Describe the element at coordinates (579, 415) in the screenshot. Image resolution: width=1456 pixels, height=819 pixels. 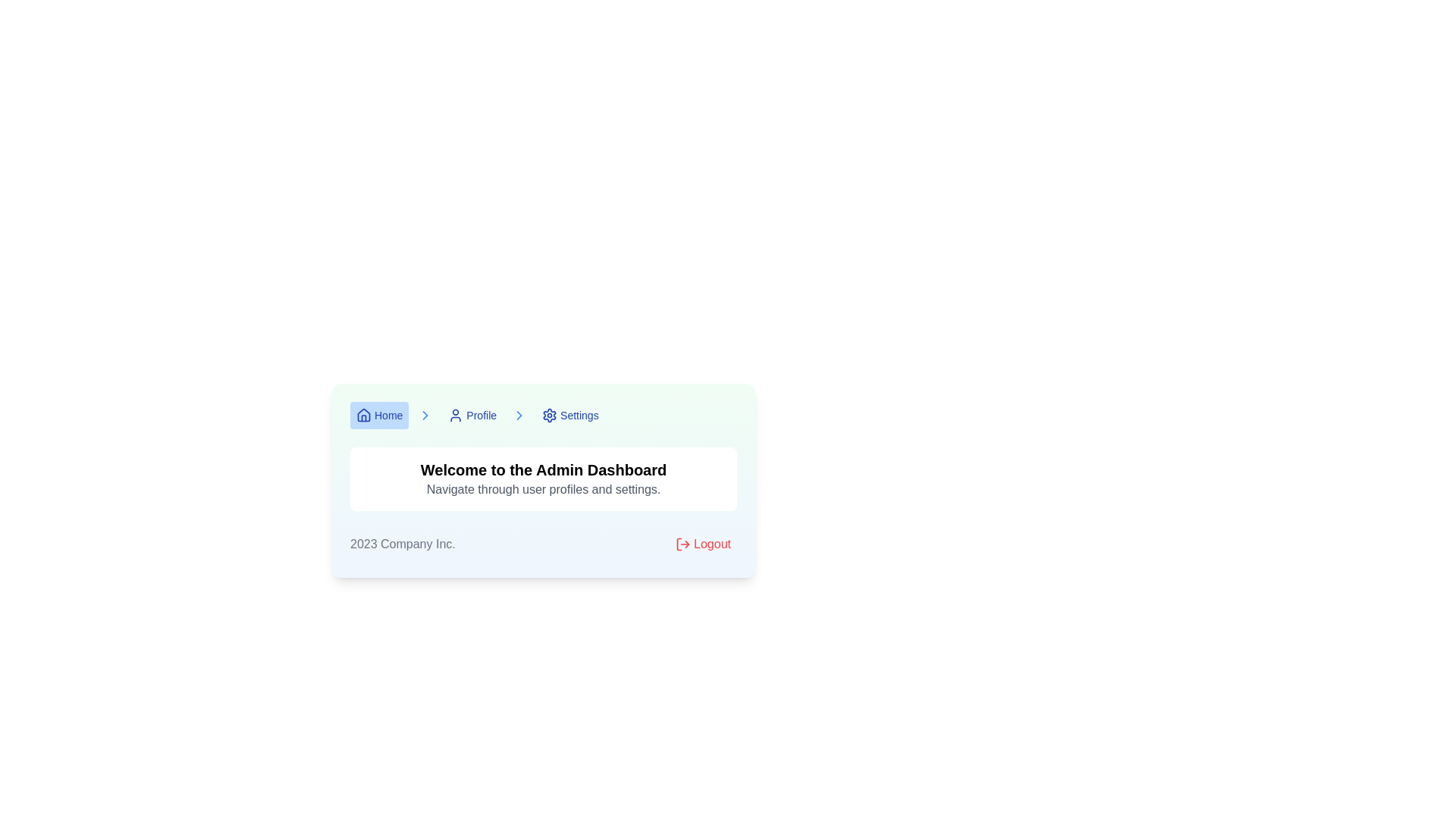
I see `the 'Settings' breadcrumb text label` at that location.